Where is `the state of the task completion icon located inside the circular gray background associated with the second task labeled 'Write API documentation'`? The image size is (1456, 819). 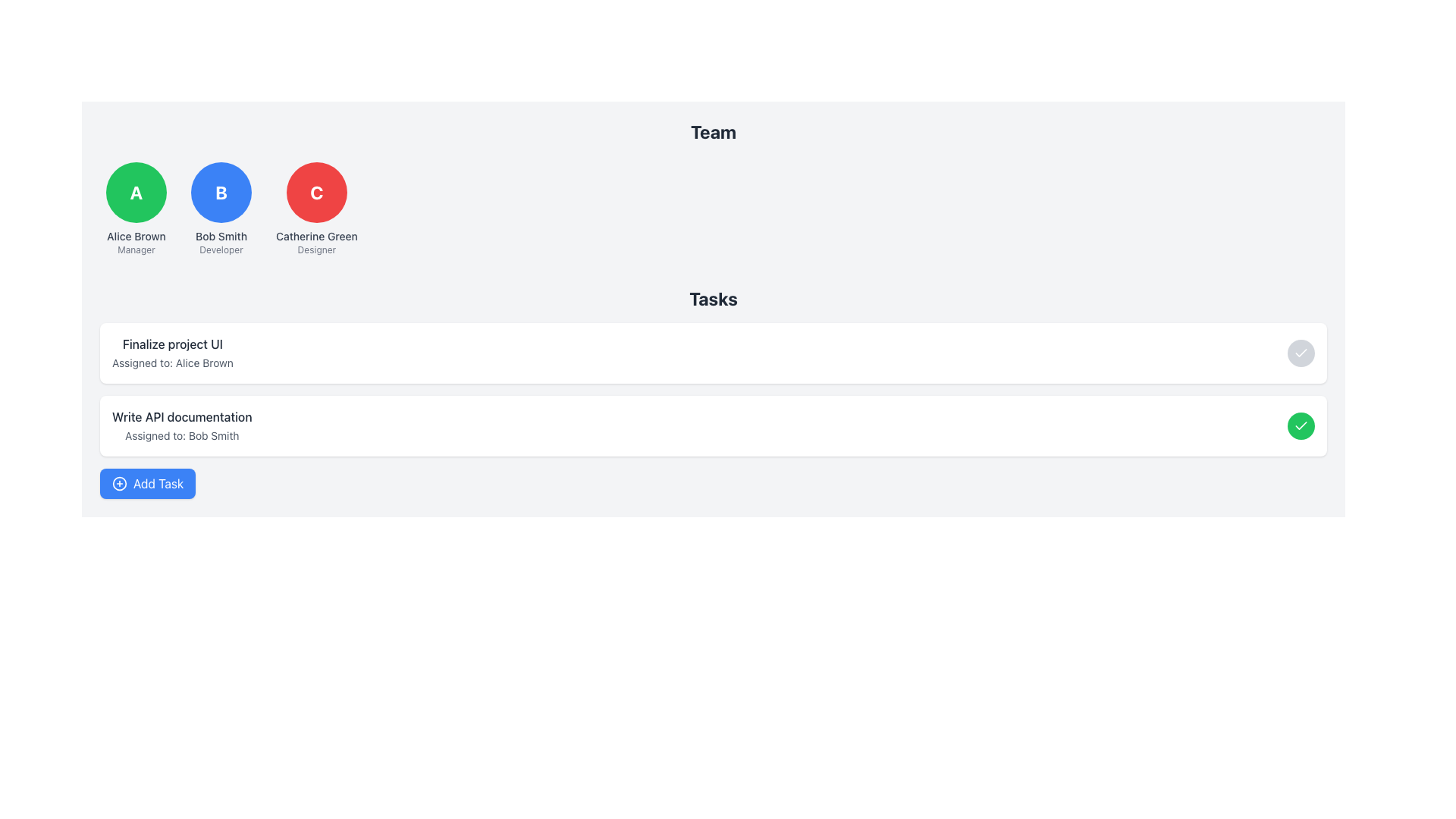
the state of the task completion icon located inside the circular gray background associated with the second task labeled 'Write API documentation' is located at coordinates (1301, 353).